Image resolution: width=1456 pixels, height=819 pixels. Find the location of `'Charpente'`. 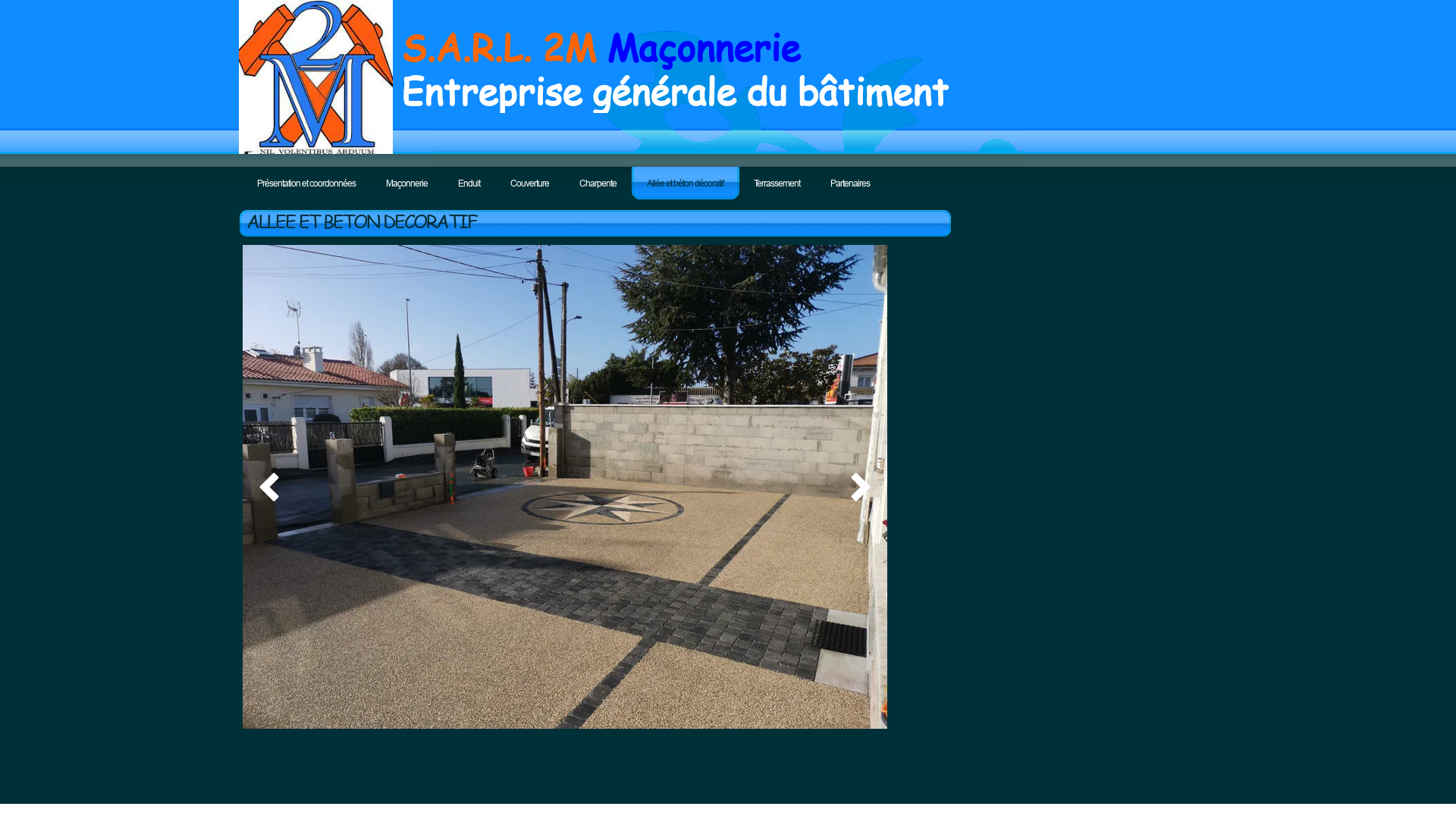

'Charpente' is located at coordinates (597, 182).